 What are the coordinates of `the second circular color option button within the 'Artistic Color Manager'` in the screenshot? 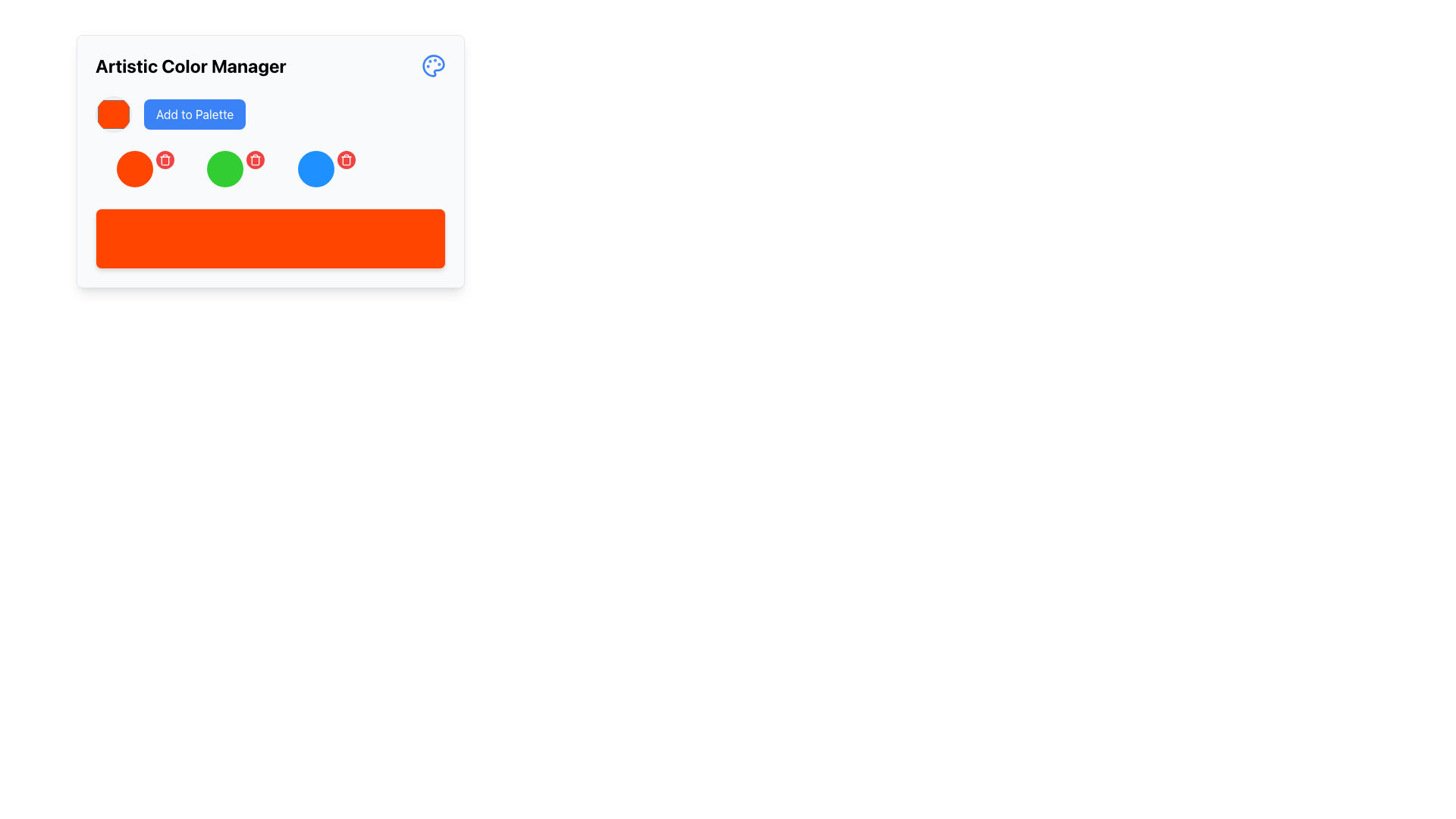 It's located at (224, 169).